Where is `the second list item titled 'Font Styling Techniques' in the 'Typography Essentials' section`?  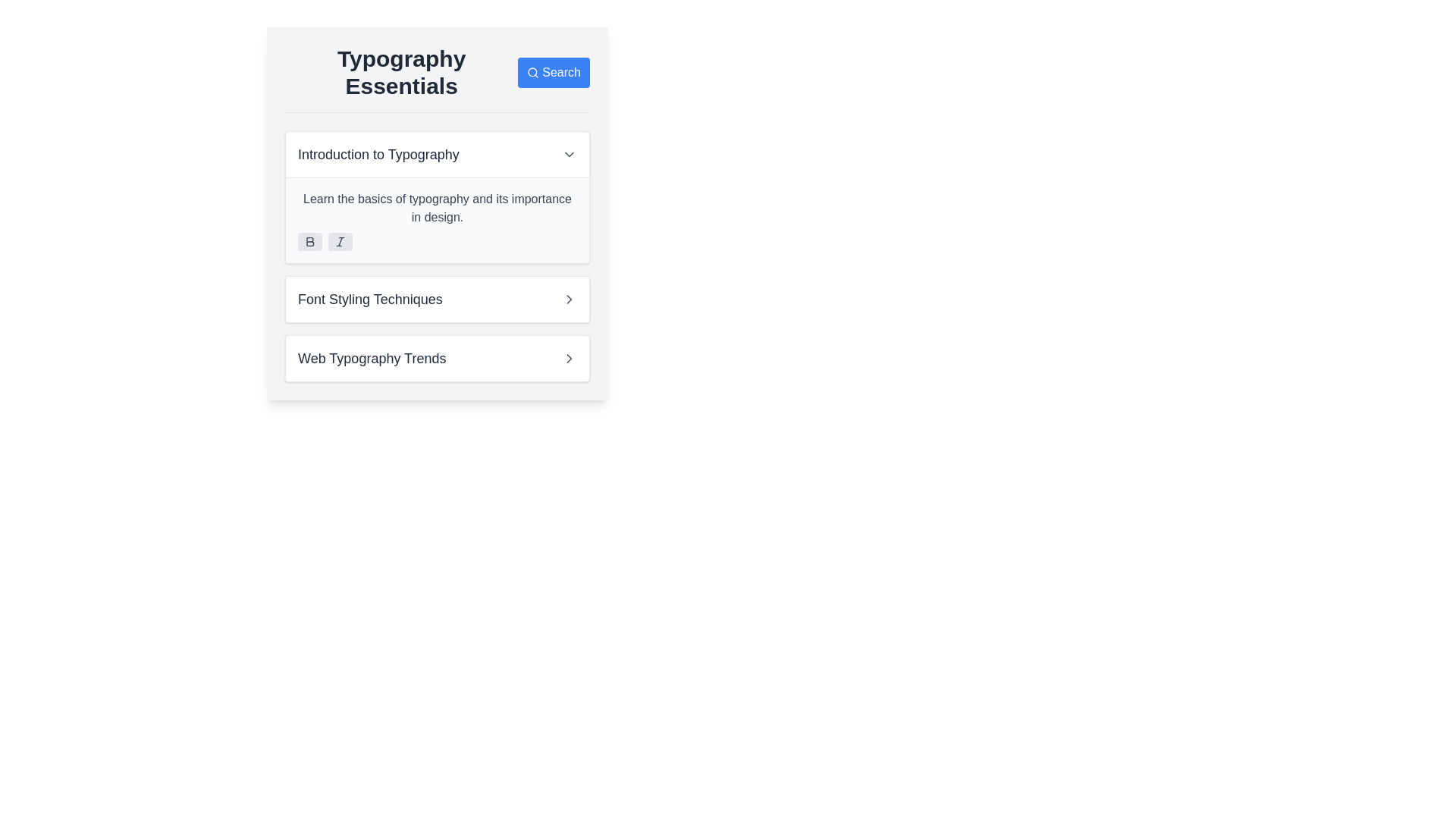 the second list item titled 'Font Styling Techniques' in the 'Typography Essentials' section is located at coordinates (436, 299).